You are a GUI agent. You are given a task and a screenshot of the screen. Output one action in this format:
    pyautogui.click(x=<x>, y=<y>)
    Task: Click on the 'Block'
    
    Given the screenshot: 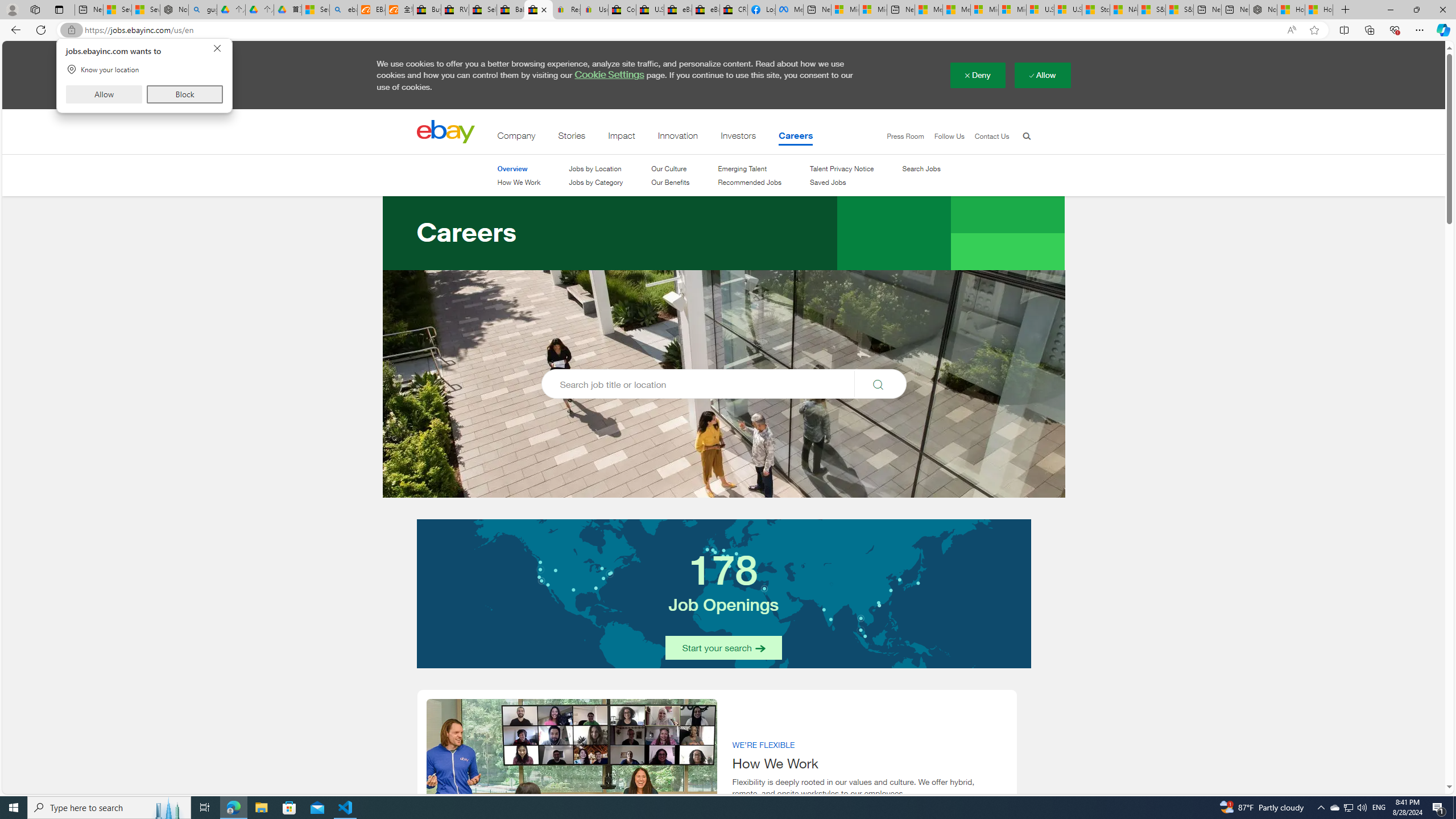 What is the action you would take?
    pyautogui.click(x=185, y=93)
    